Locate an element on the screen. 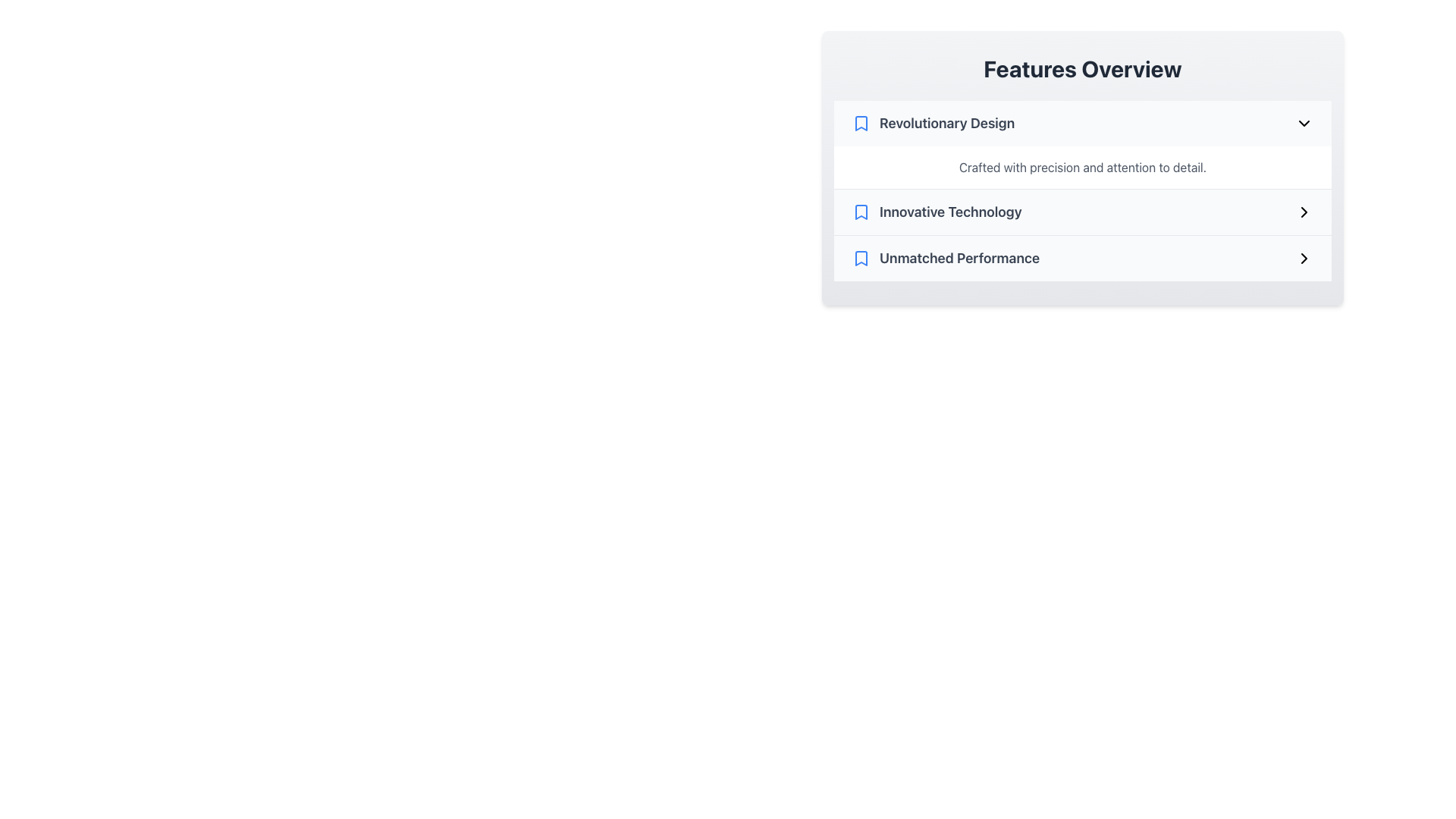 The height and width of the screenshot is (819, 1456). the interactive list item labeled 'Innovative Technology' is located at coordinates (1082, 212).